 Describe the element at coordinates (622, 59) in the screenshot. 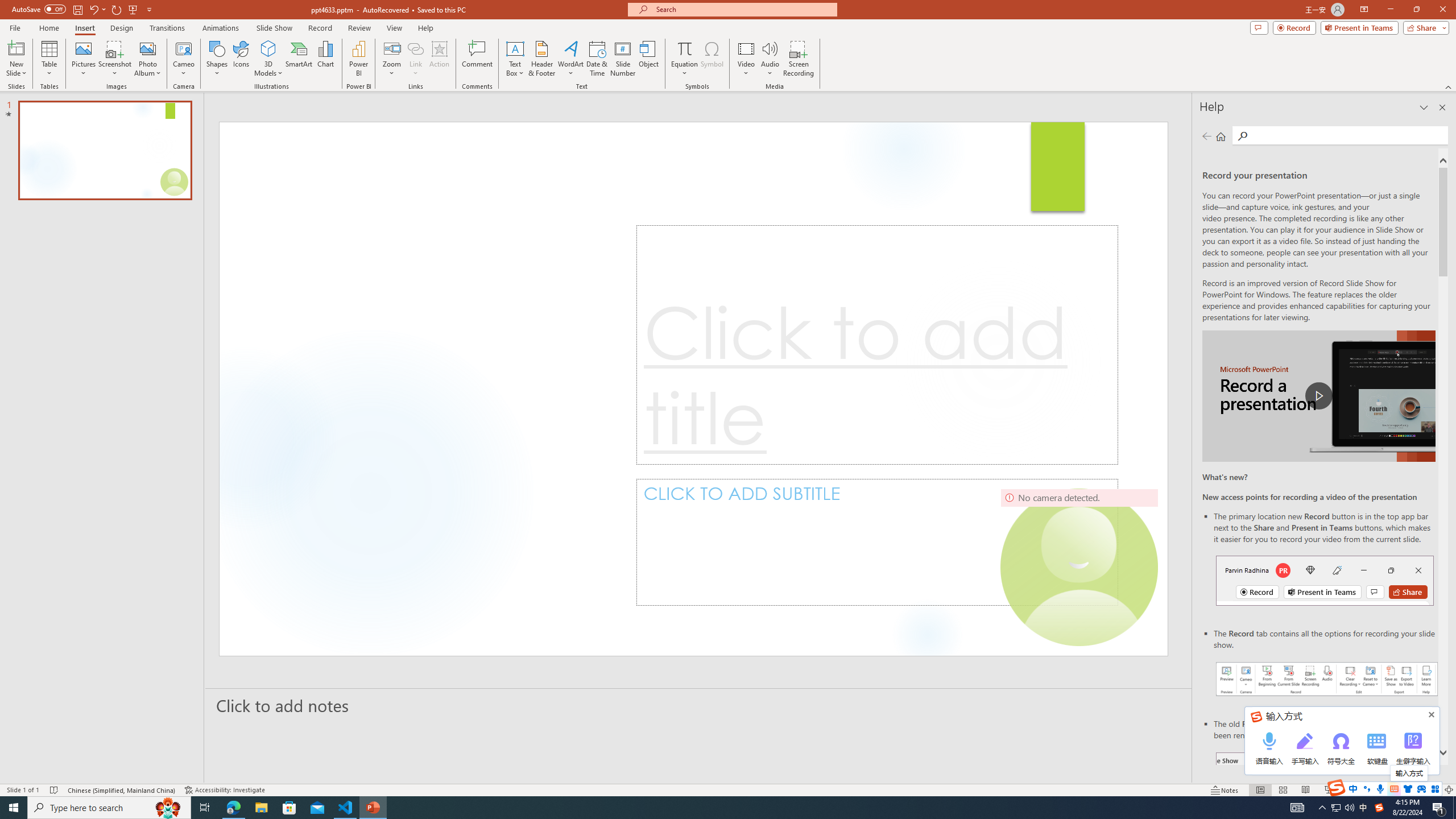

I see `'Slide Number'` at that location.